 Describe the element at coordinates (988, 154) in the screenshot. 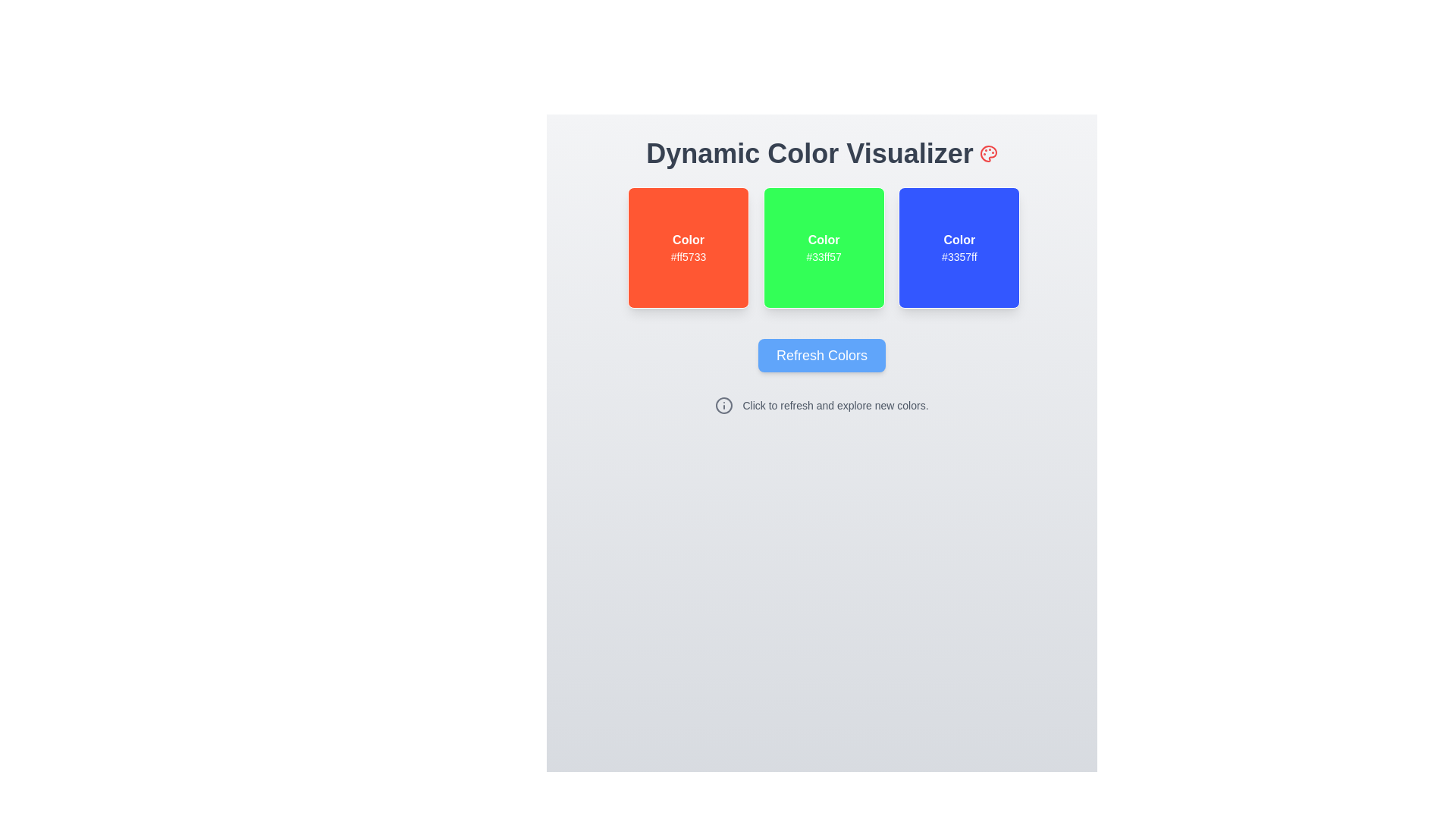

I see `the decorative icon associated with the 'Dynamic Color Visualizer' header` at that location.